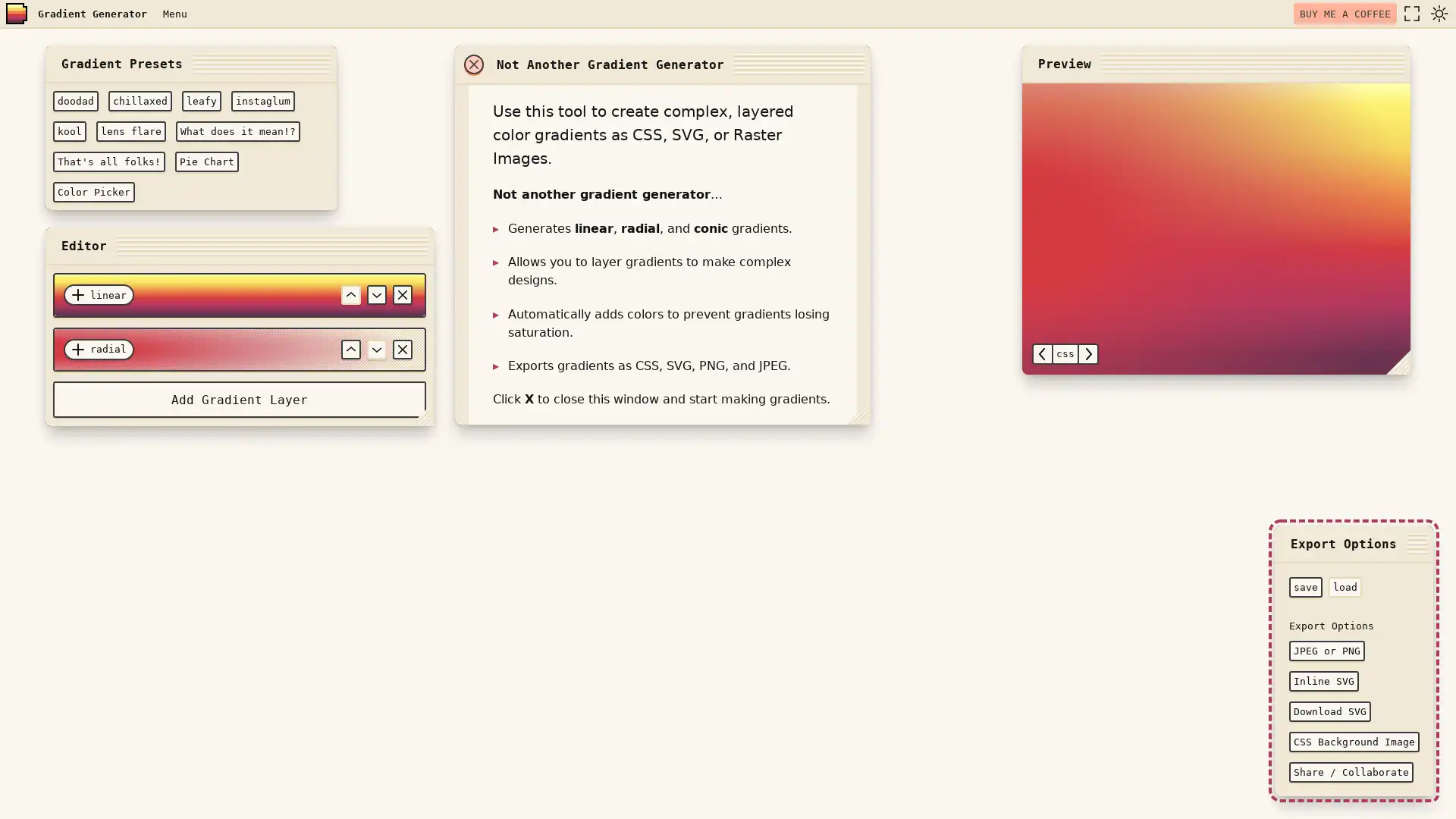 The height and width of the screenshot is (819, 1456). Describe the element at coordinates (1350, 771) in the screenshot. I see `Share / Collaborate` at that location.